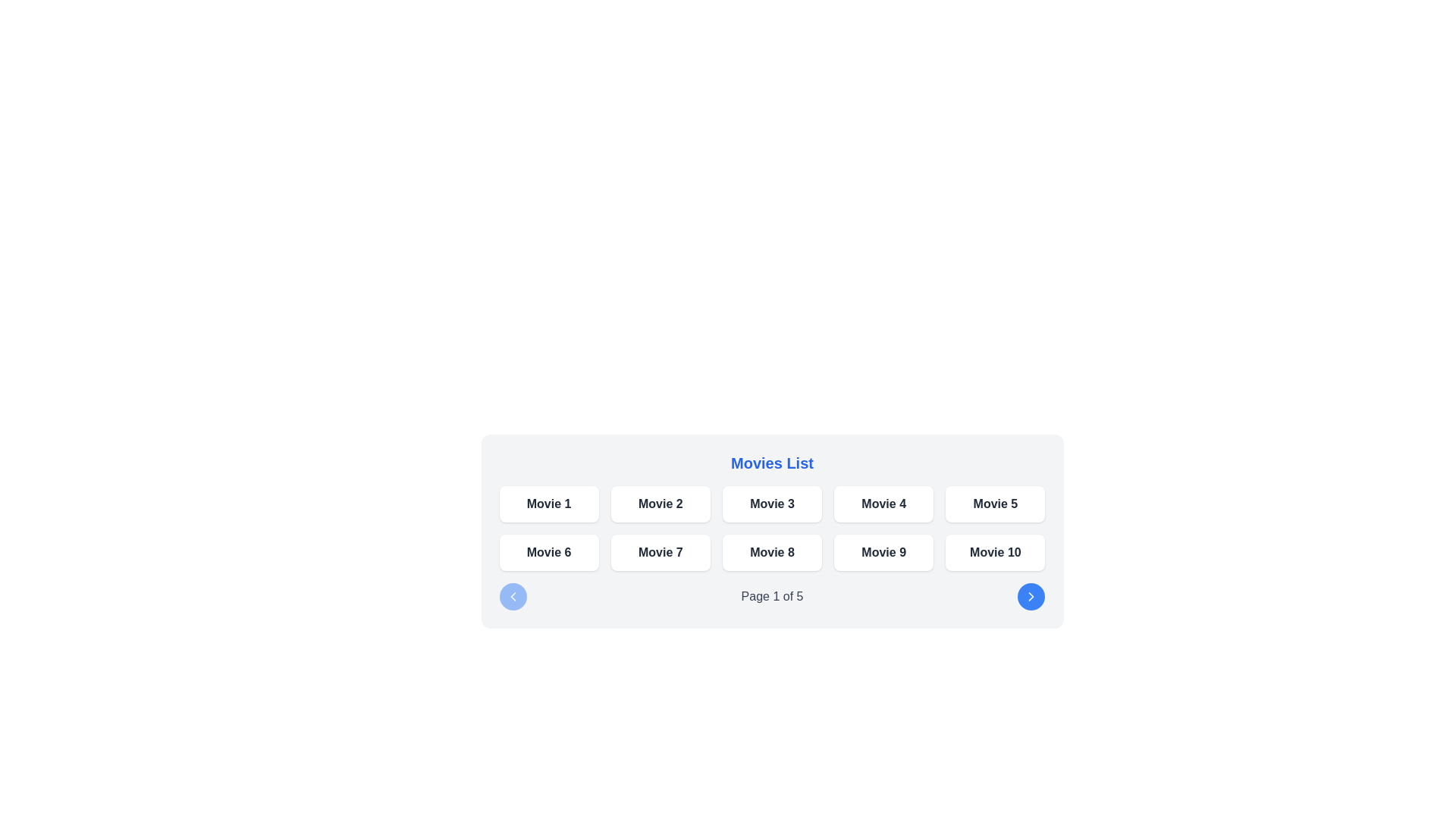 The width and height of the screenshot is (1456, 819). Describe the element at coordinates (995, 504) in the screenshot. I see `the static label displaying 'Movie 5' which is located in the top row, fifth column of the movie names grid` at that location.